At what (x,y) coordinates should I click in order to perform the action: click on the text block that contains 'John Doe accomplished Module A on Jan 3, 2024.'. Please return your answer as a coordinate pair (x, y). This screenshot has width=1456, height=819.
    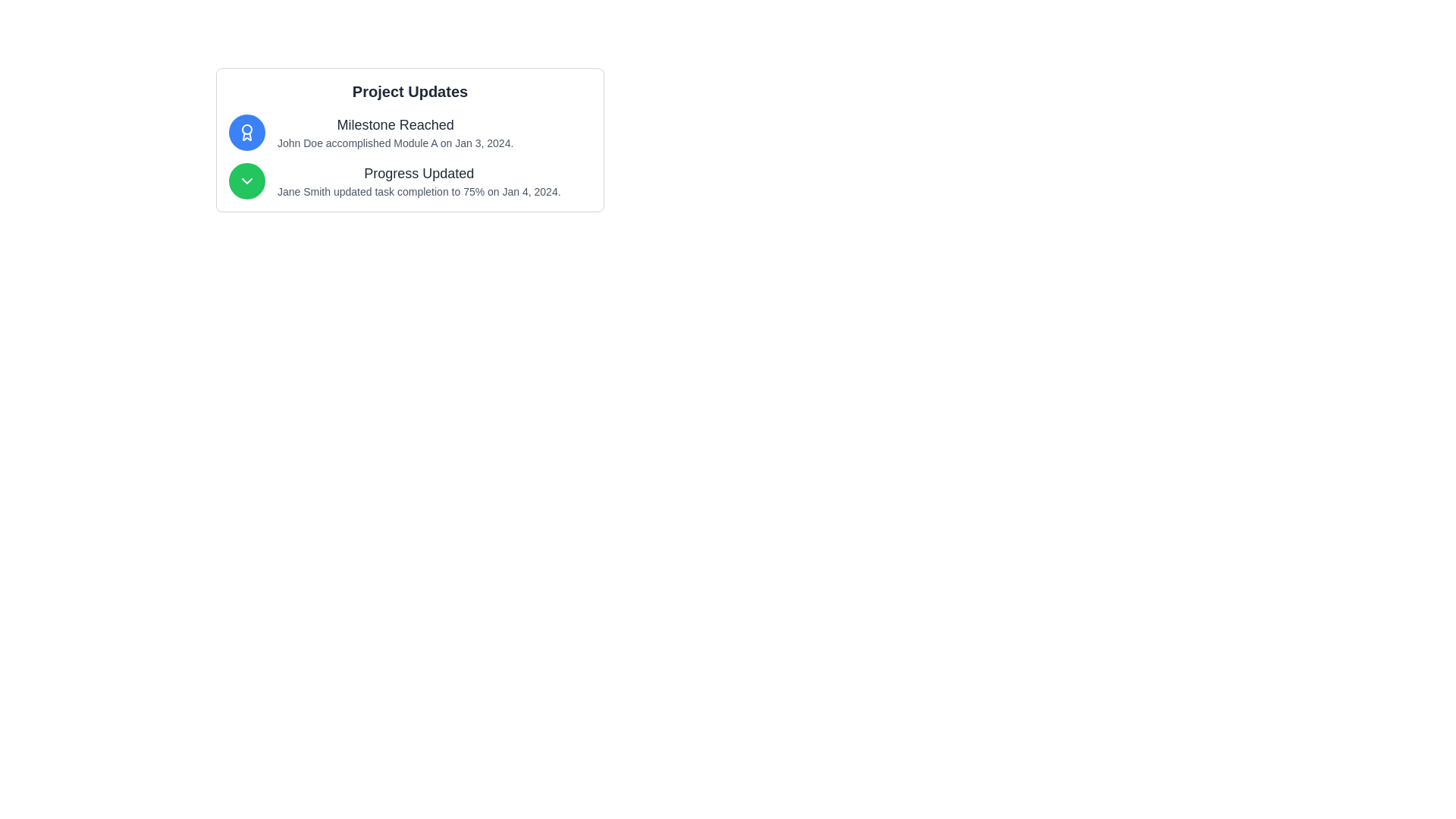
    Looking at the image, I should click on (395, 143).